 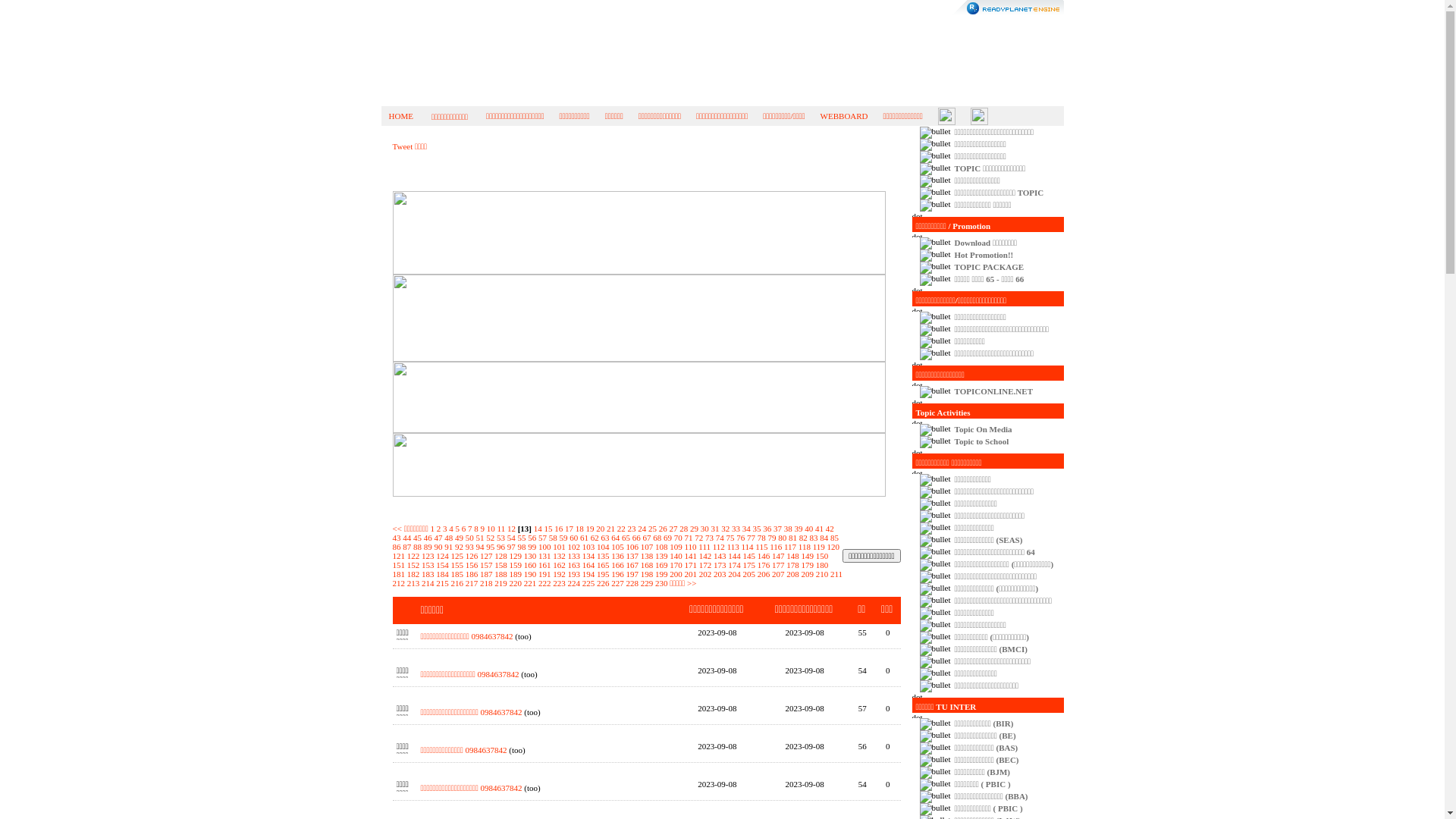 What do you see at coordinates (728, 573) in the screenshot?
I see `'204'` at bounding box center [728, 573].